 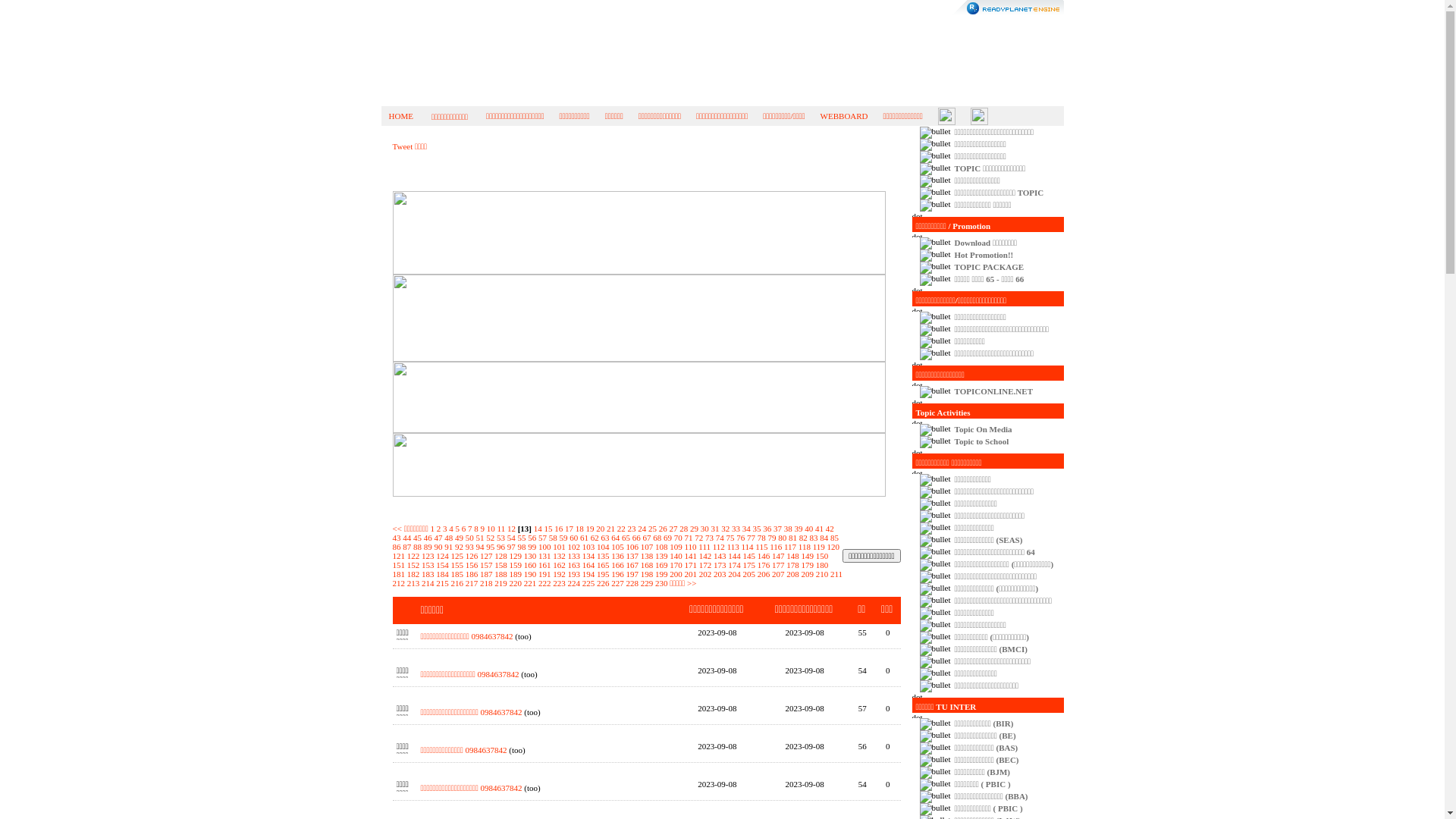 What do you see at coordinates (728, 573) in the screenshot?
I see `'204'` at bounding box center [728, 573].